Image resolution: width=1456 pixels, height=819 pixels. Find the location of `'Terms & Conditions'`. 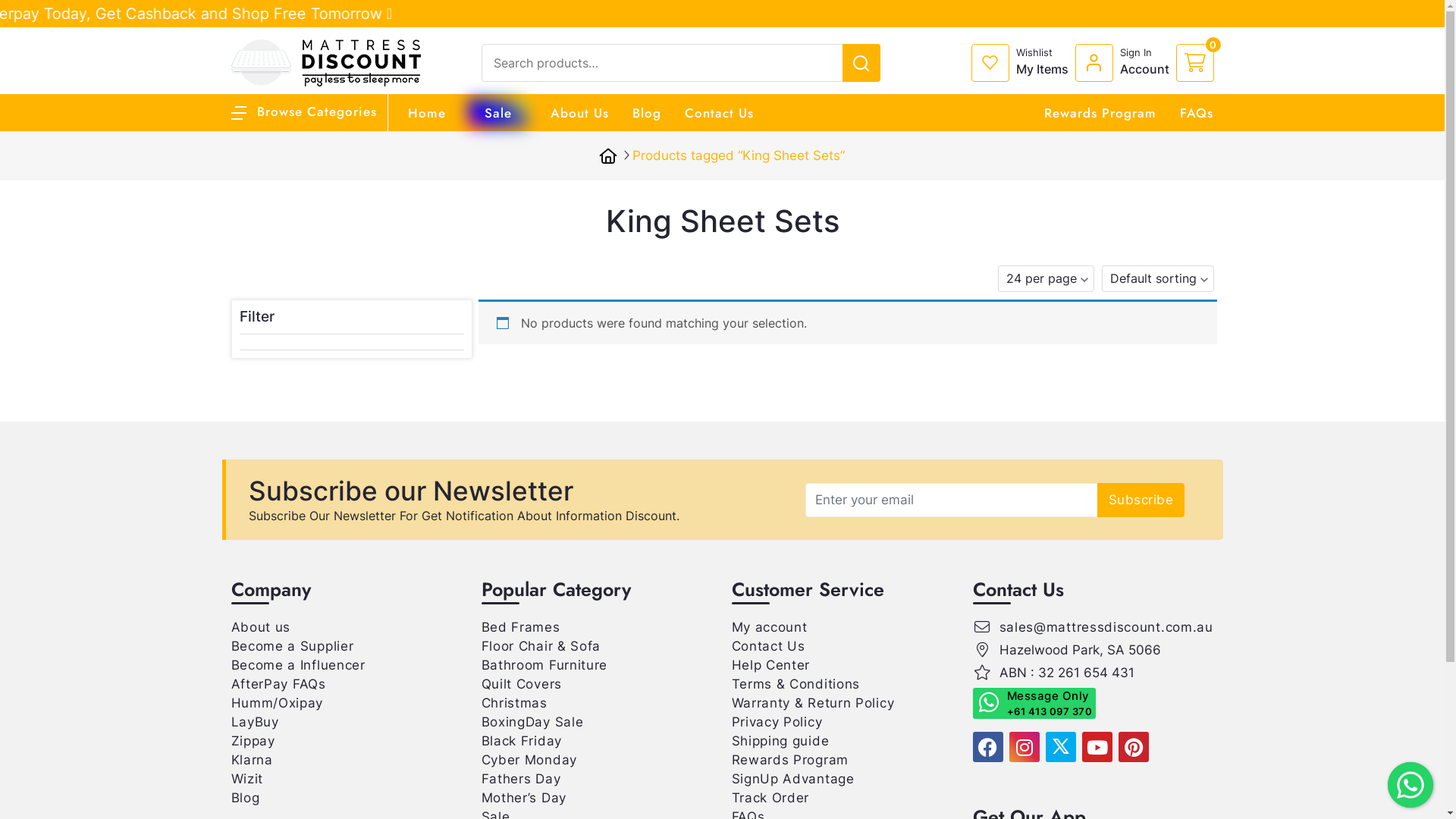

'Terms & Conditions' is located at coordinates (795, 684).